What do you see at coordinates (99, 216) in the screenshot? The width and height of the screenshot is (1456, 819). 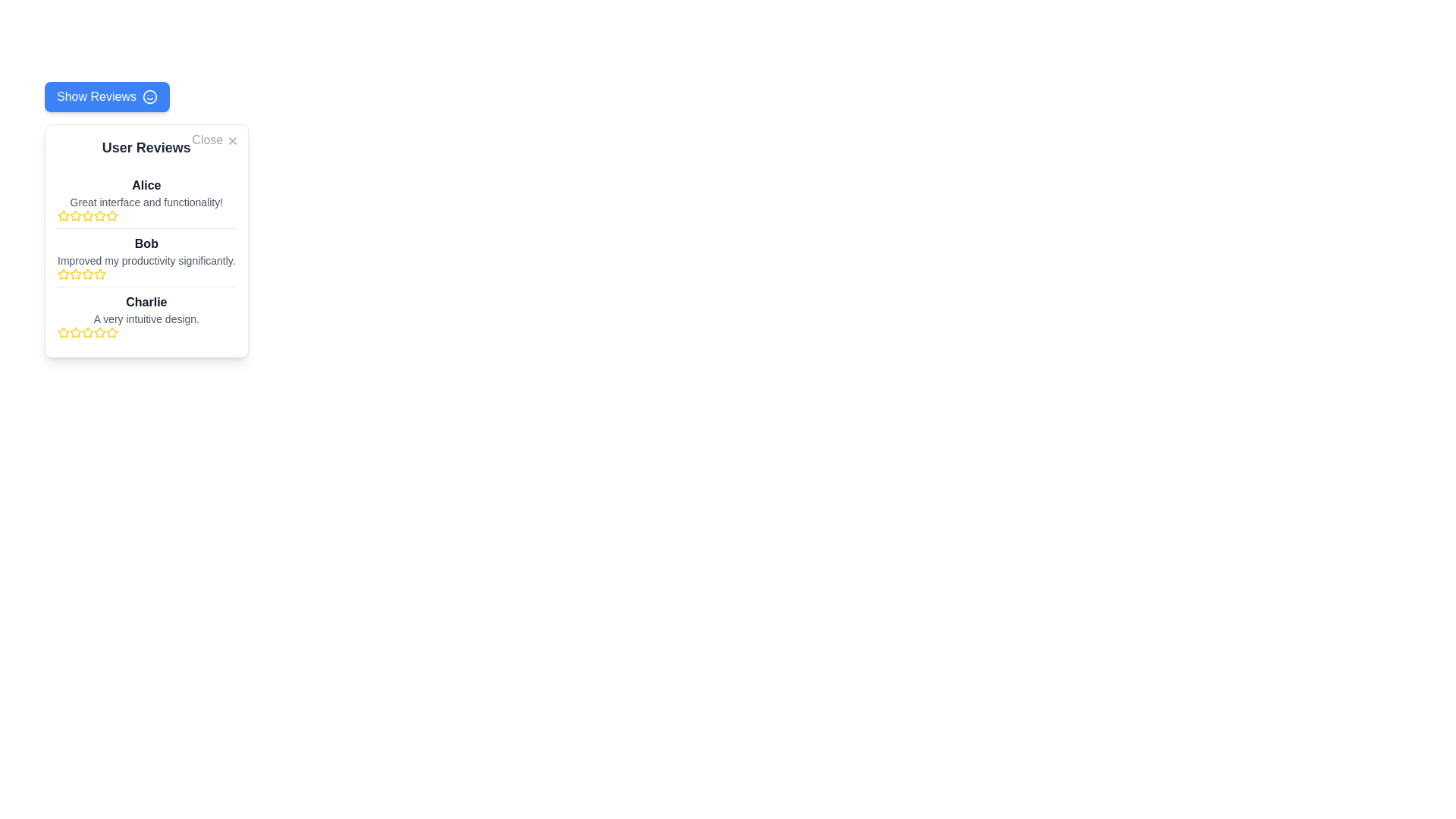 I see `the sixth star in the rating widget under the review provided by 'Alice'` at bounding box center [99, 216].